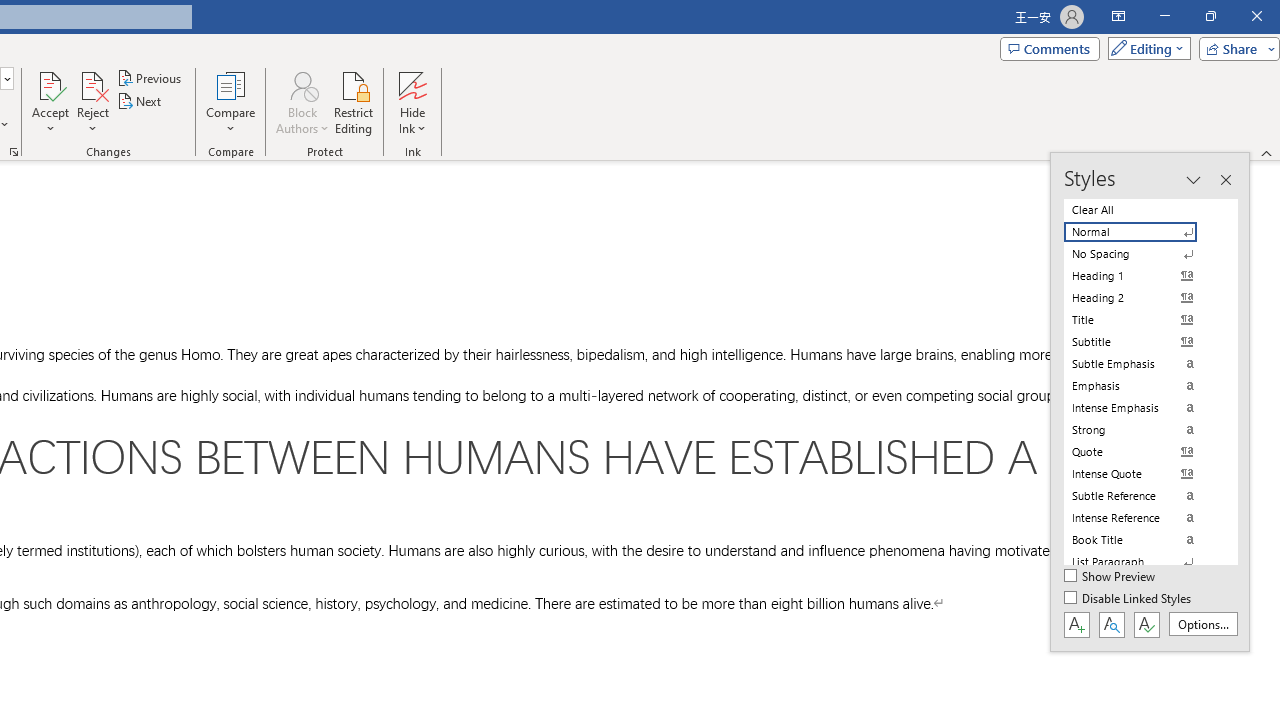  What do you see at coordinates (231, 103) in the screenshot?
I see `'Compare'` at bounding box center [231, 103].